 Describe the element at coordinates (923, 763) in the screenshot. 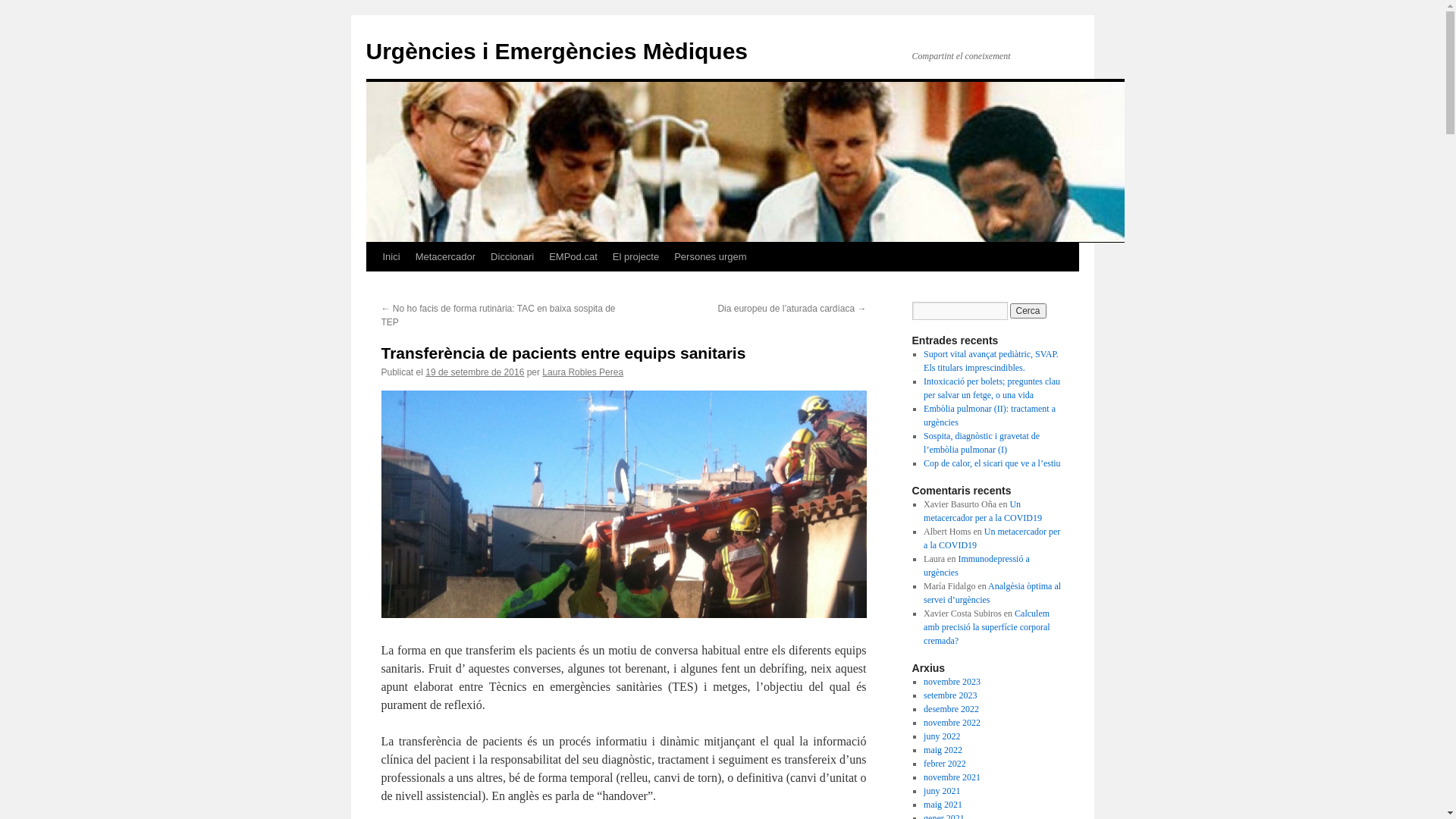

I see `'febrer 2022'` at that location.